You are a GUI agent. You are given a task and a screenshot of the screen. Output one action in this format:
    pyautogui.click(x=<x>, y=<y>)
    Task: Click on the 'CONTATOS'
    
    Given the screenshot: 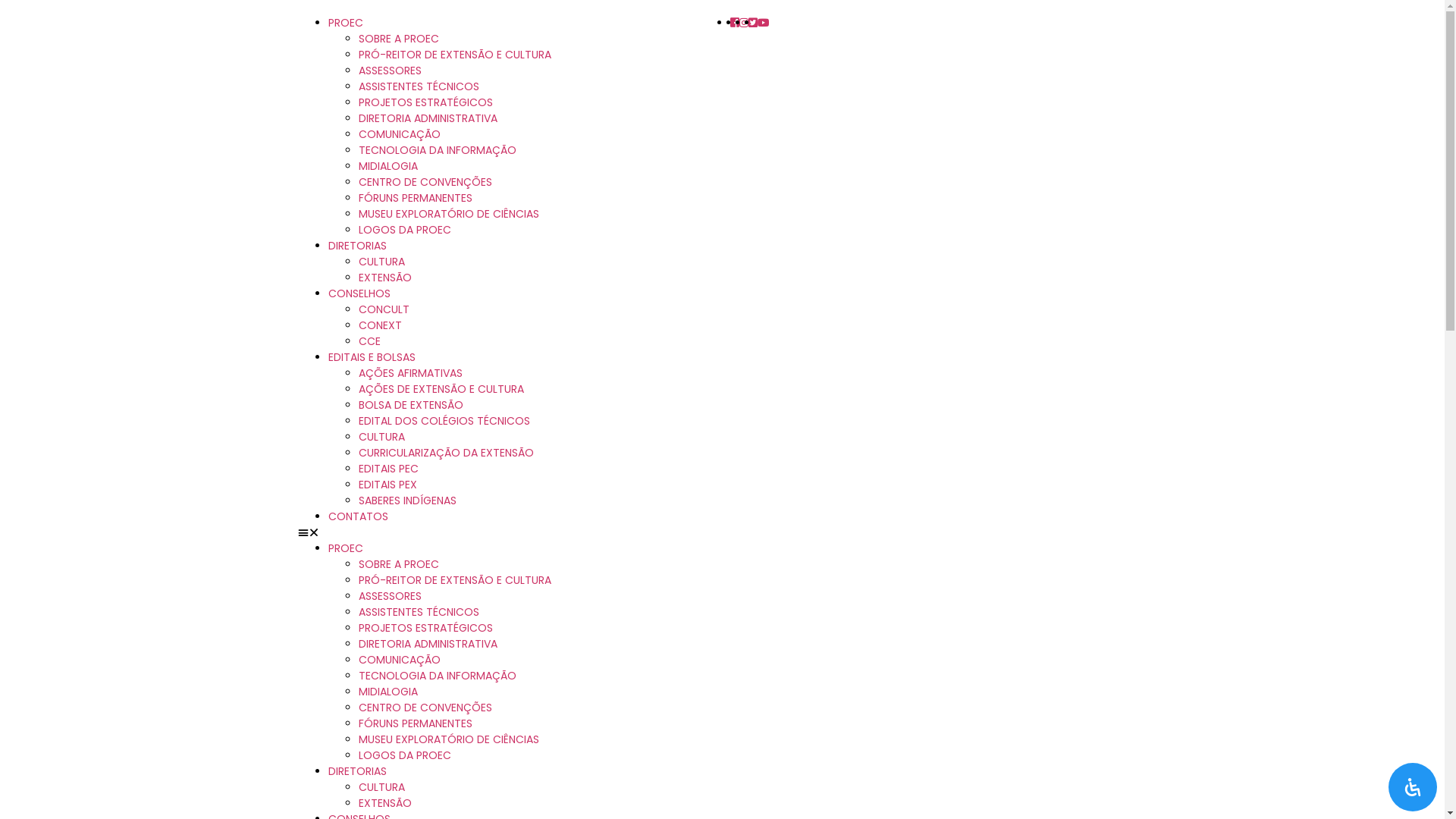 What is the action you would take?
    pyautogui.click(x=356, y=516)
    